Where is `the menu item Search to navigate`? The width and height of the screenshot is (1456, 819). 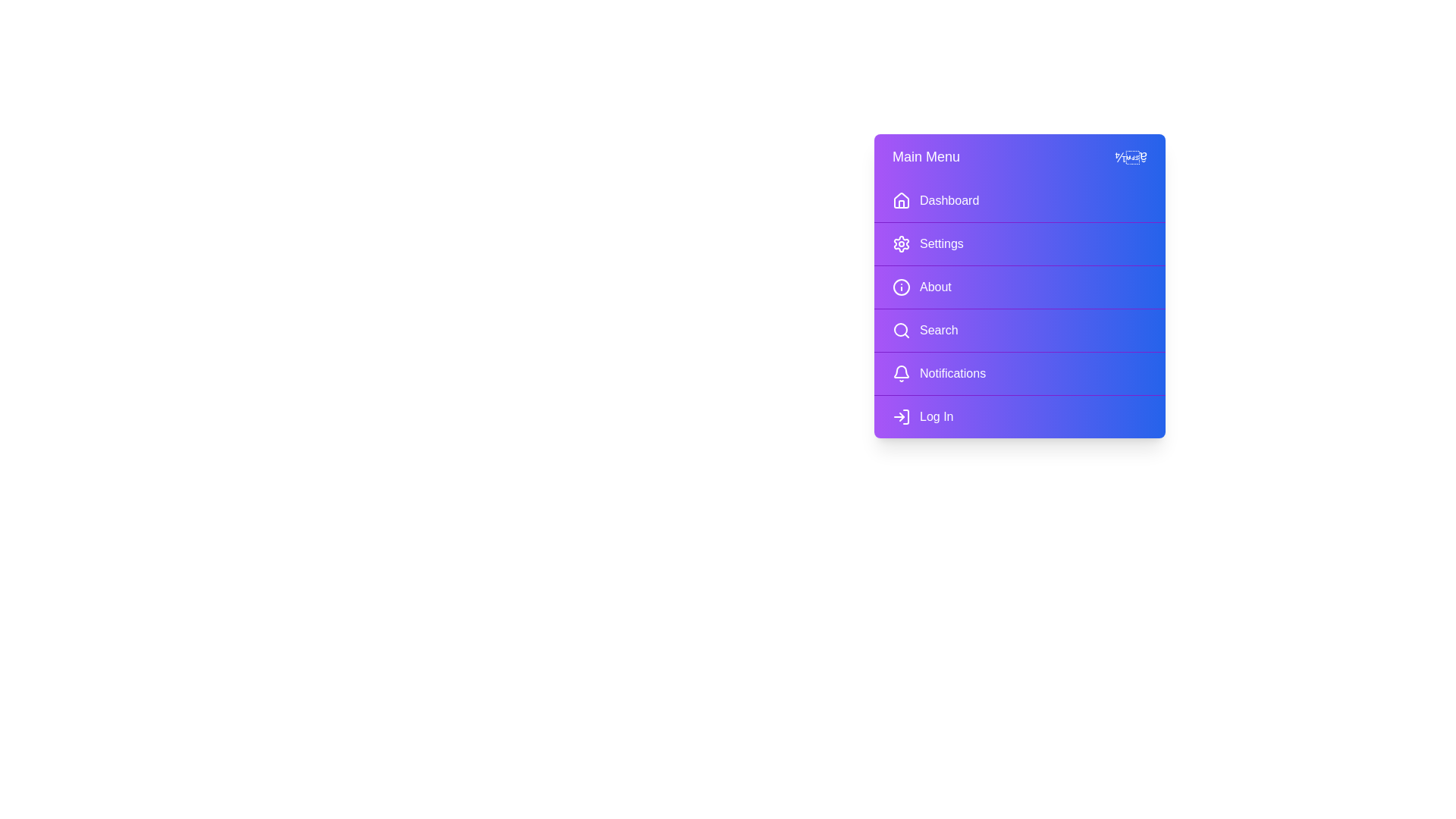
the menu item Search to navigate is located at coordinates (1019, 329).